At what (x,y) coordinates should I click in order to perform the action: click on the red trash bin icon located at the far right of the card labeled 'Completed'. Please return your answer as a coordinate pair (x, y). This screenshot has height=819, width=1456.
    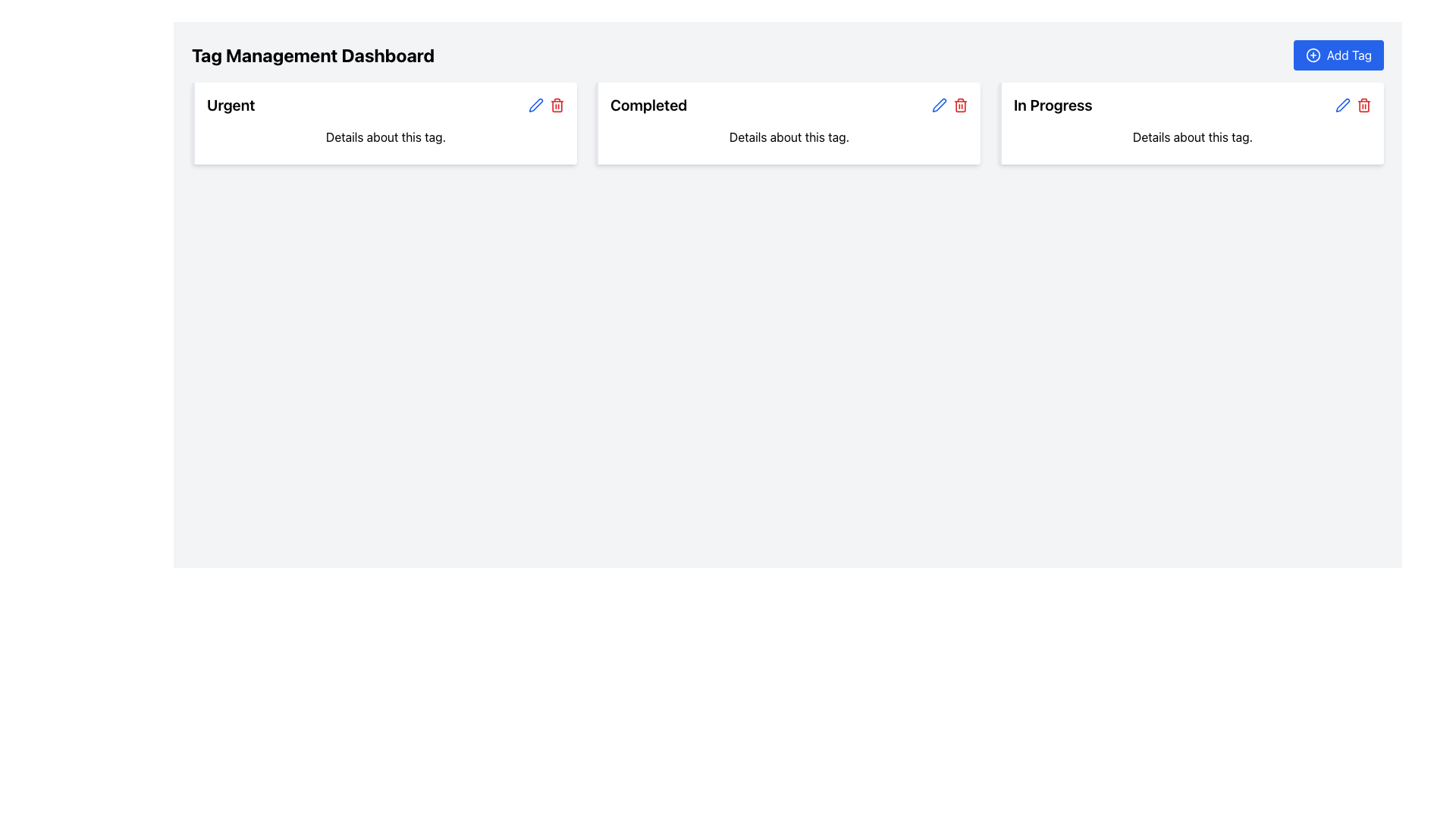
    Looking at the image, I should click on (960, 104).